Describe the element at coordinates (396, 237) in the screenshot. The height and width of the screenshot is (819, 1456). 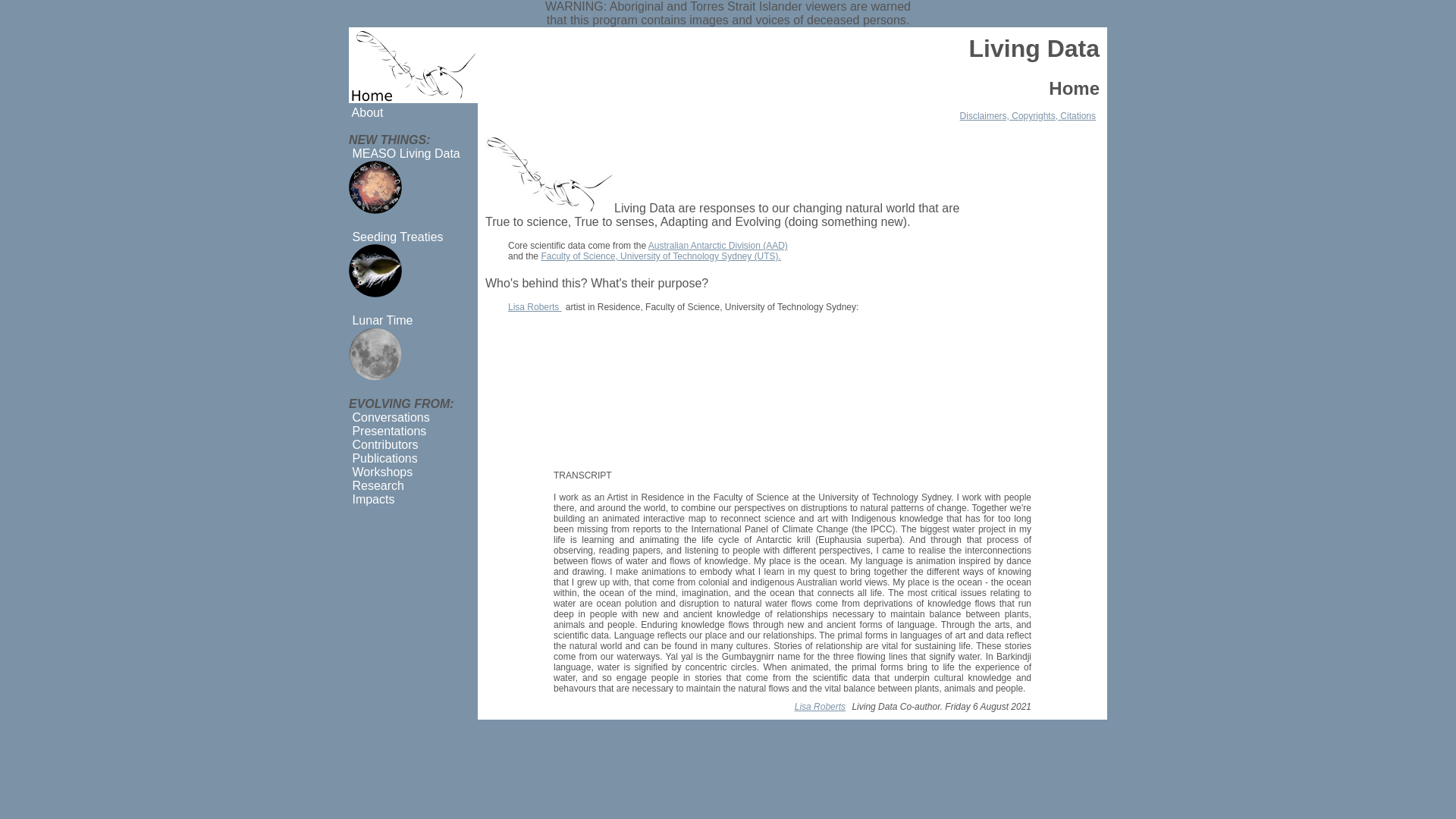
I see `' Seeding Treaties'` at that location.